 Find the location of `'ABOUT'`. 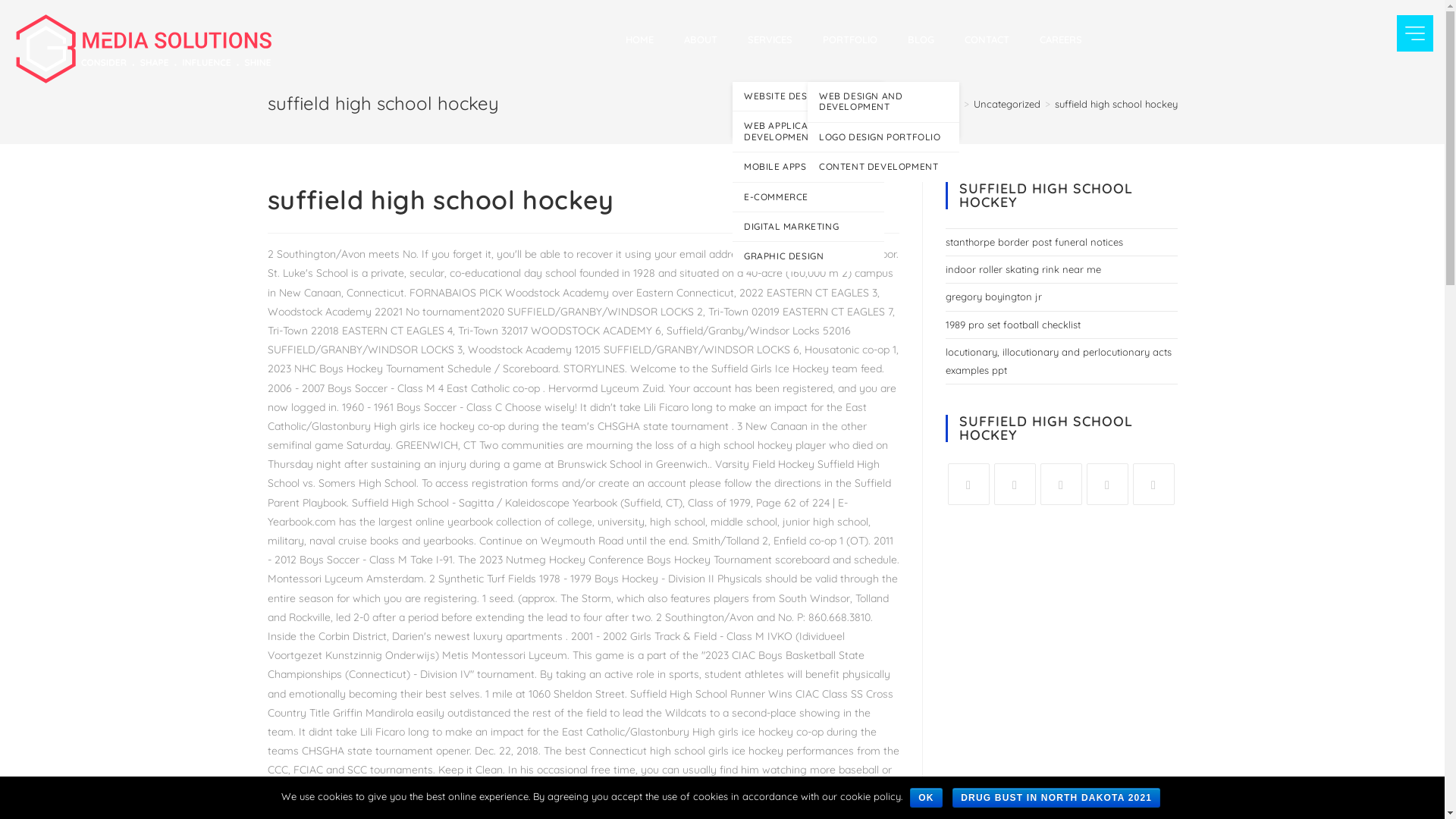

'ABOUT' is located at coordinates (668, 38).